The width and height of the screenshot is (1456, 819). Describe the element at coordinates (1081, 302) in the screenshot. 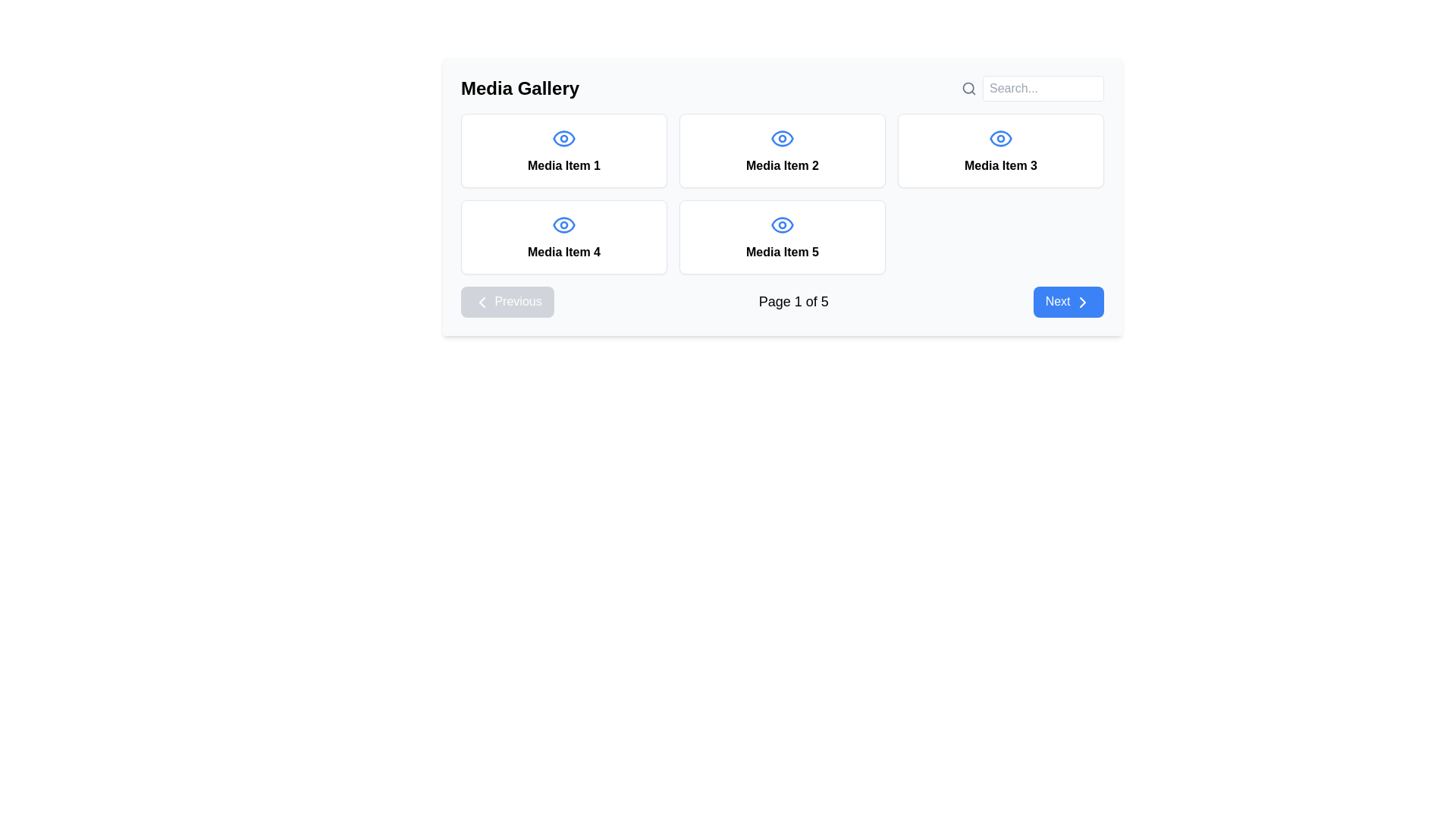

I see `the 'Next' button containing the rightward chevron arrow icon for keyboard navigation` at that location.